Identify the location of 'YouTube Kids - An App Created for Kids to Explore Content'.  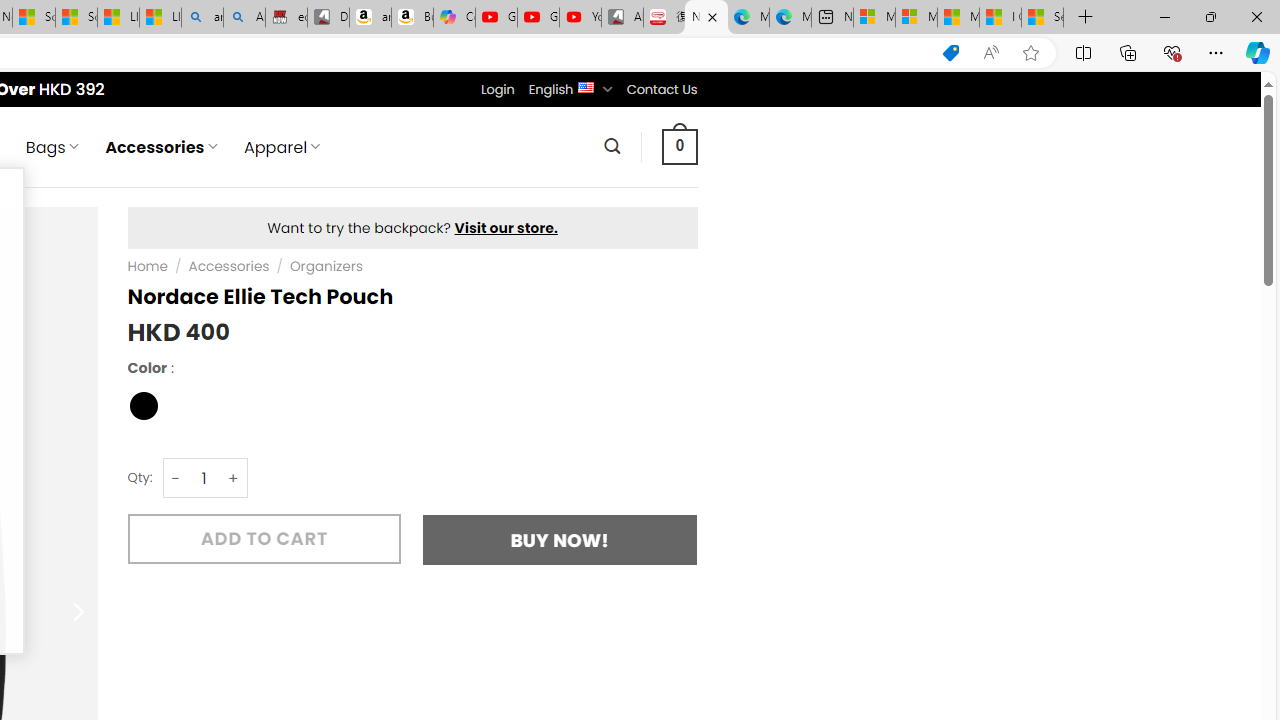
(579, 17).